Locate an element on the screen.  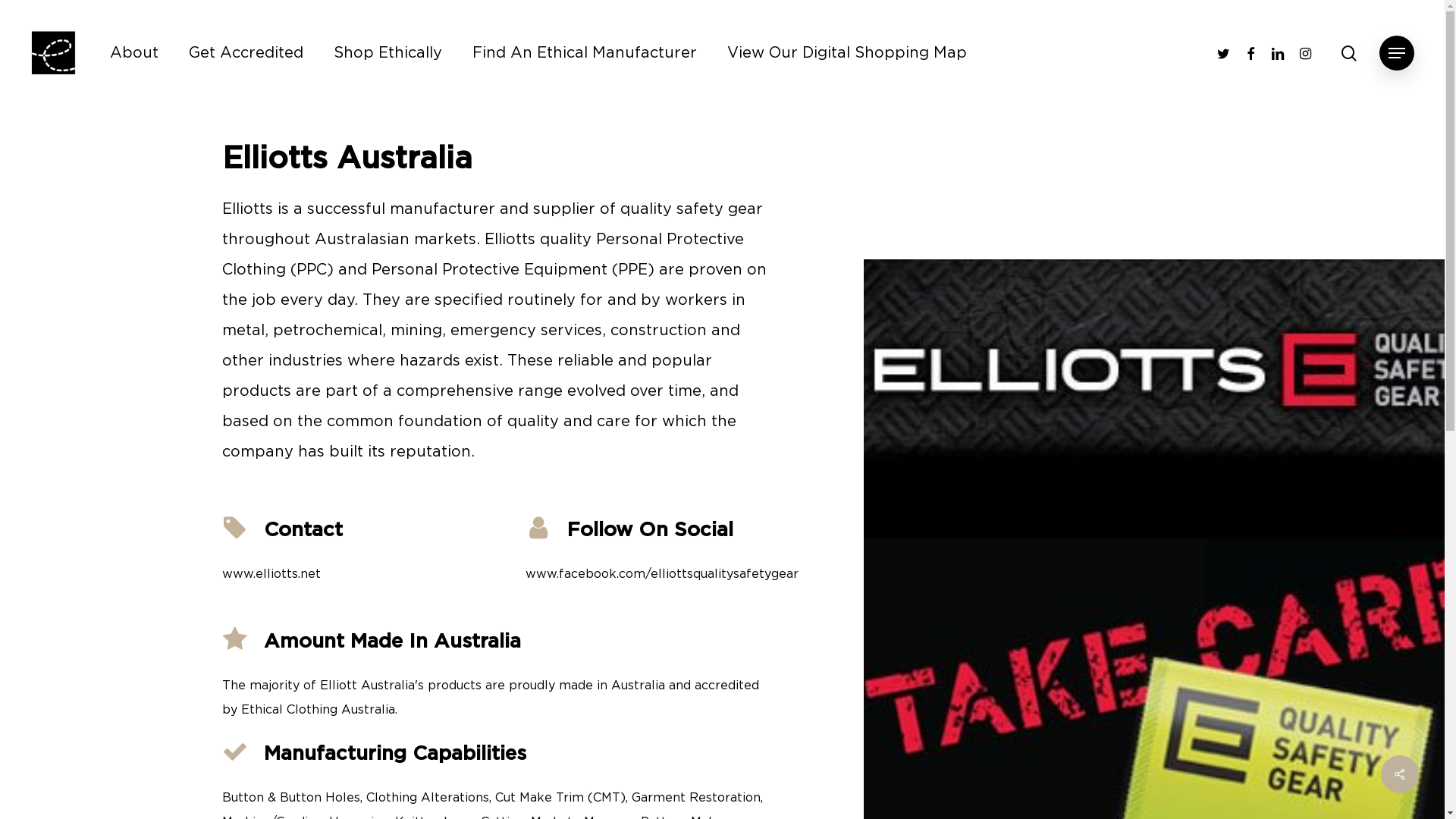
'View Our Digital Shopping Map' is located at coordinates (846, 52).